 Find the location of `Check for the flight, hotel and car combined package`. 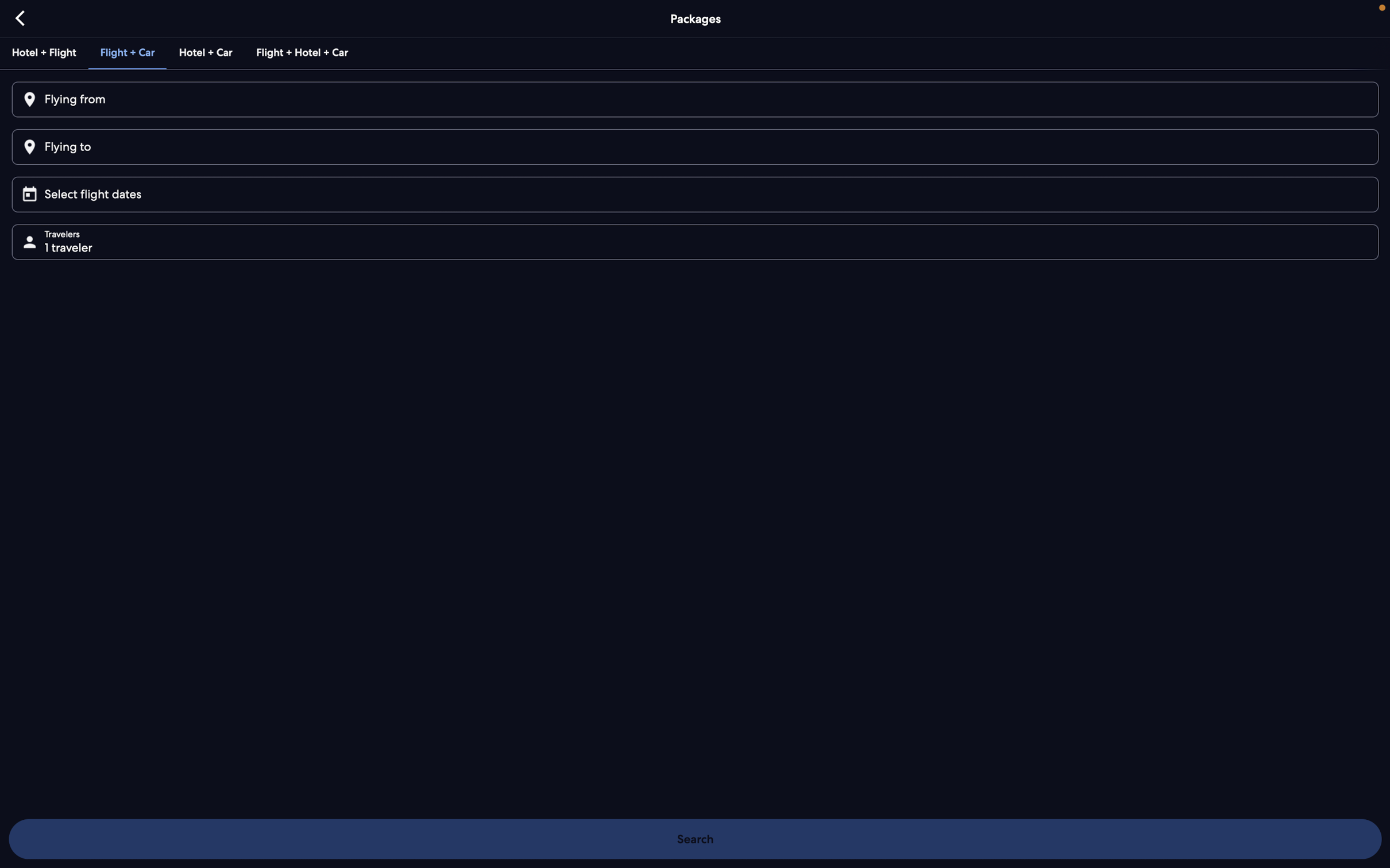

Check for the flight, hotel and car combined package is located at coordinates (300, 52).